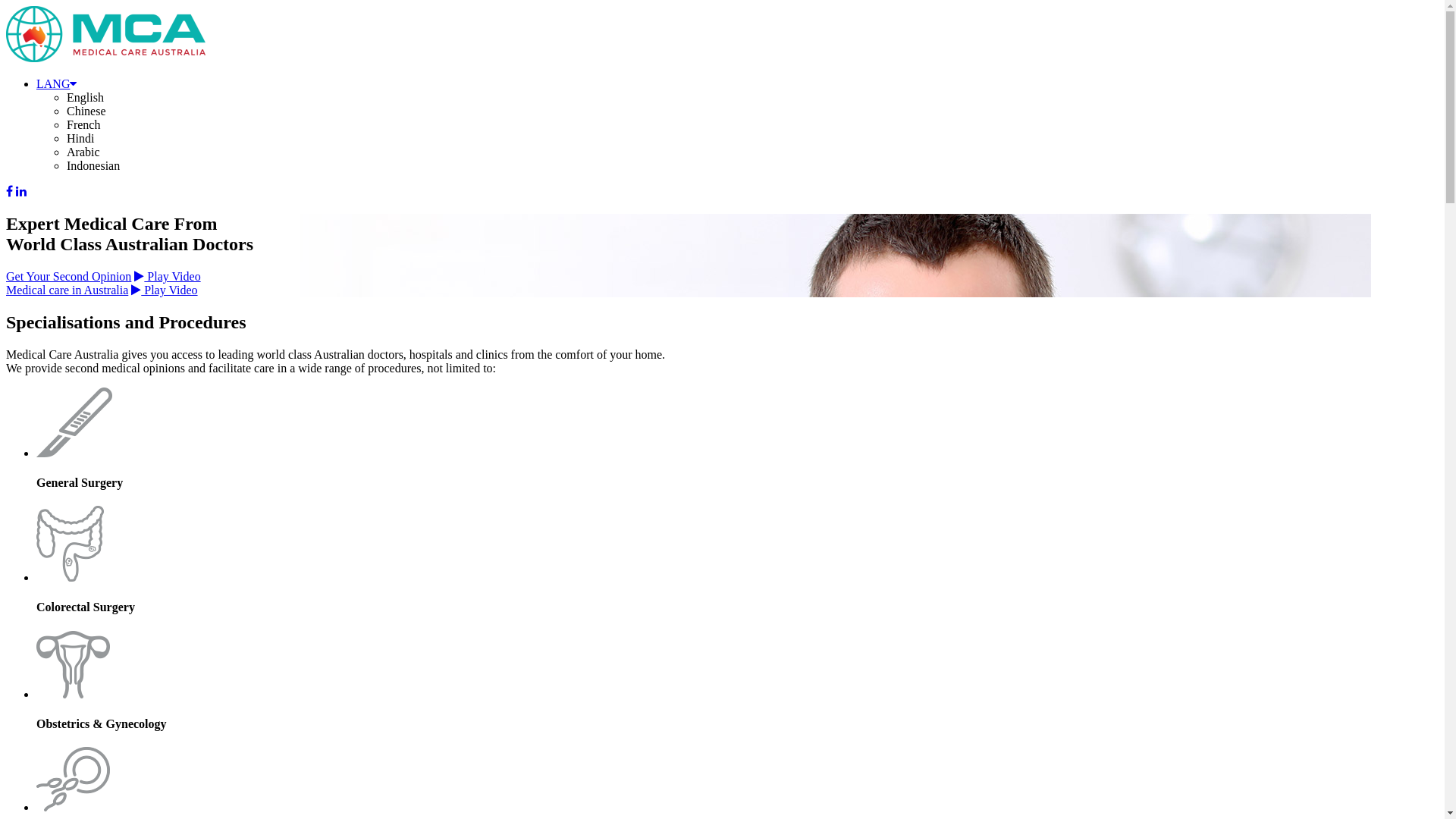  What do you see at coordinates (66, 290) in the screenshot?
I see `'Medical care in Australia'` at bounding box center [66, 290].